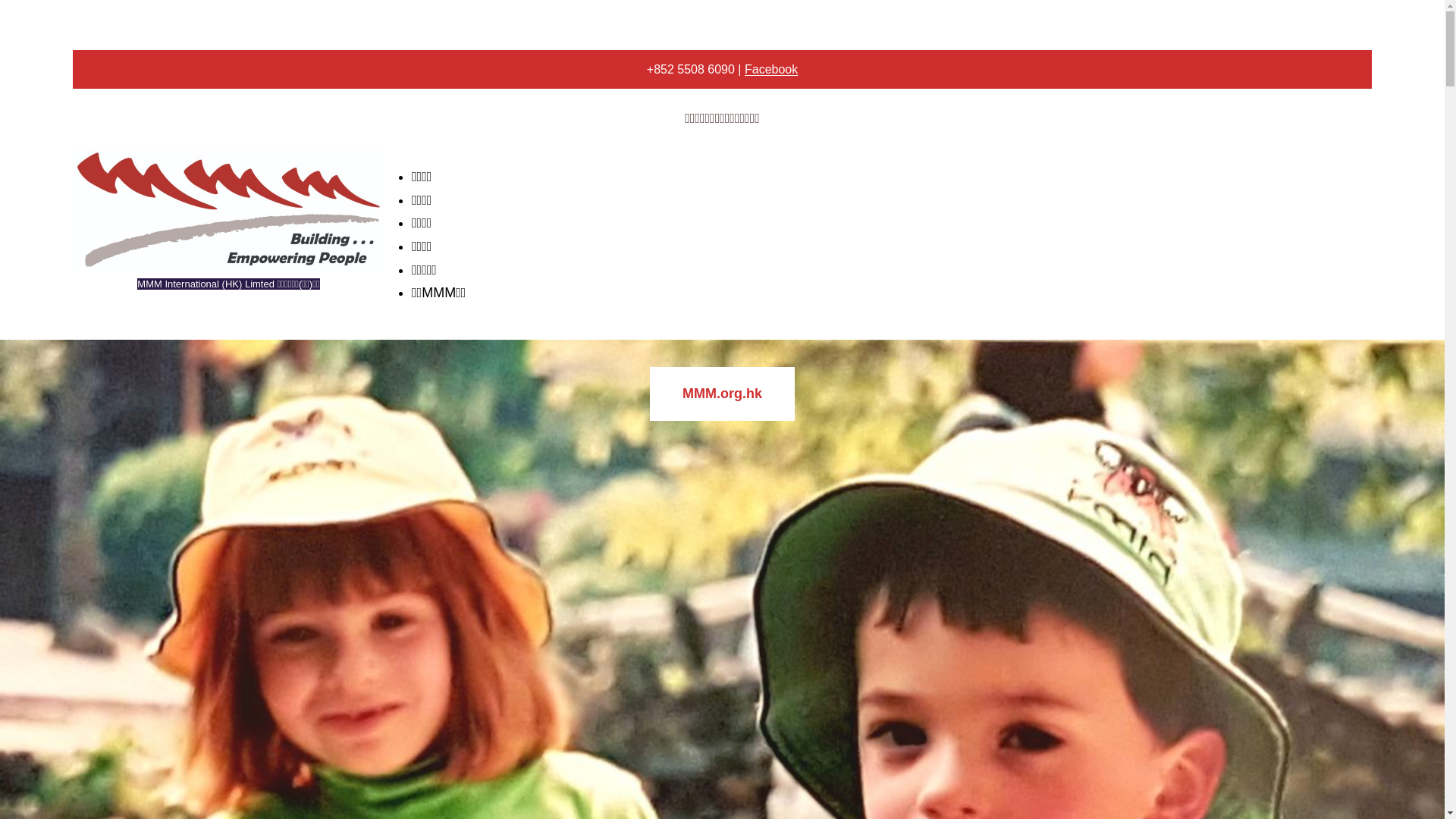 The image size is (1456, 819). Describe the element at coordinates (771, 69) in the screenshot. I see `'Facebook'` at that location.